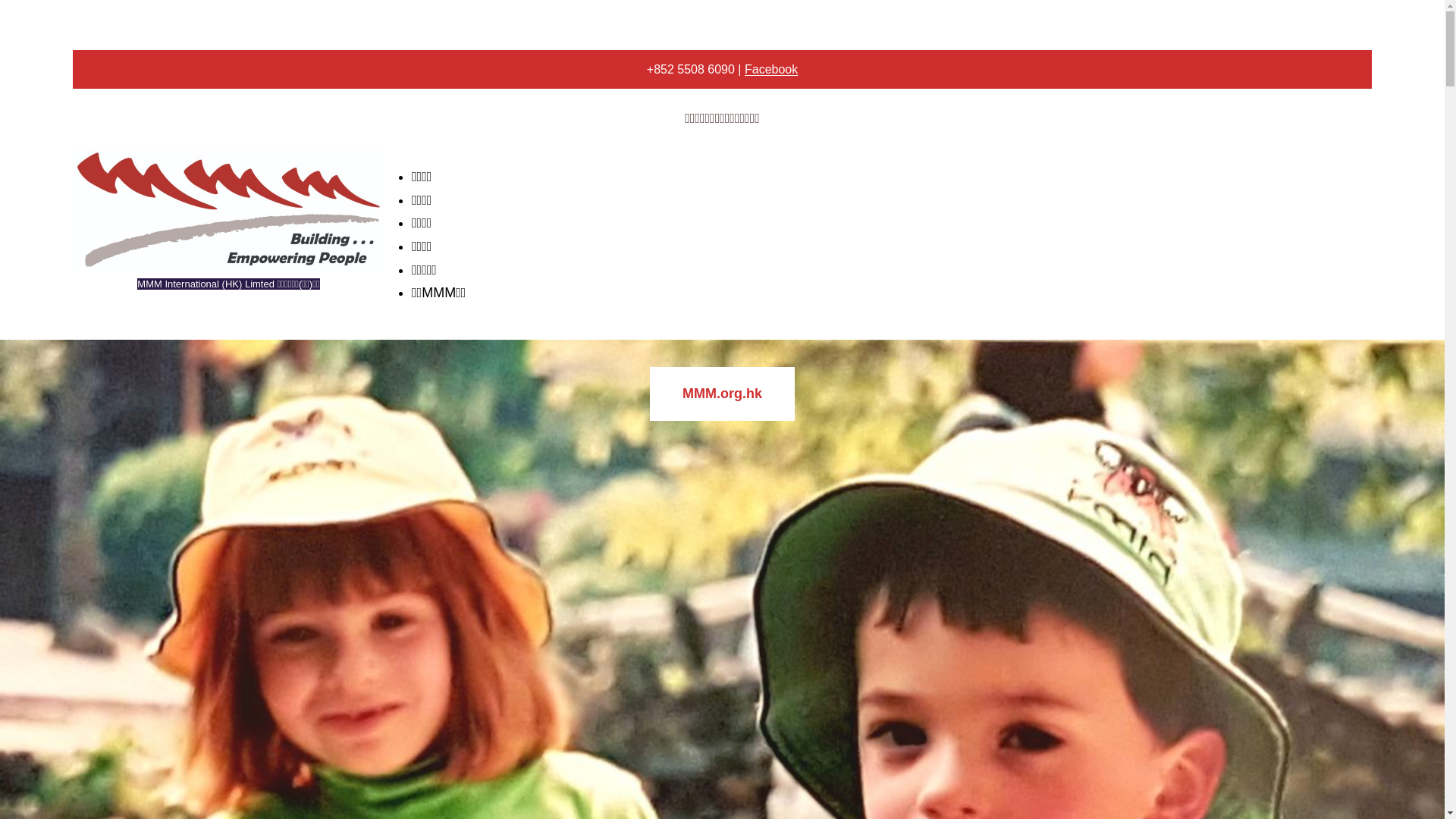 The image size is (1456, 819). Describe the element at coordinates (771, 69) in the screenshot. I see `'Facebook'` at that location.